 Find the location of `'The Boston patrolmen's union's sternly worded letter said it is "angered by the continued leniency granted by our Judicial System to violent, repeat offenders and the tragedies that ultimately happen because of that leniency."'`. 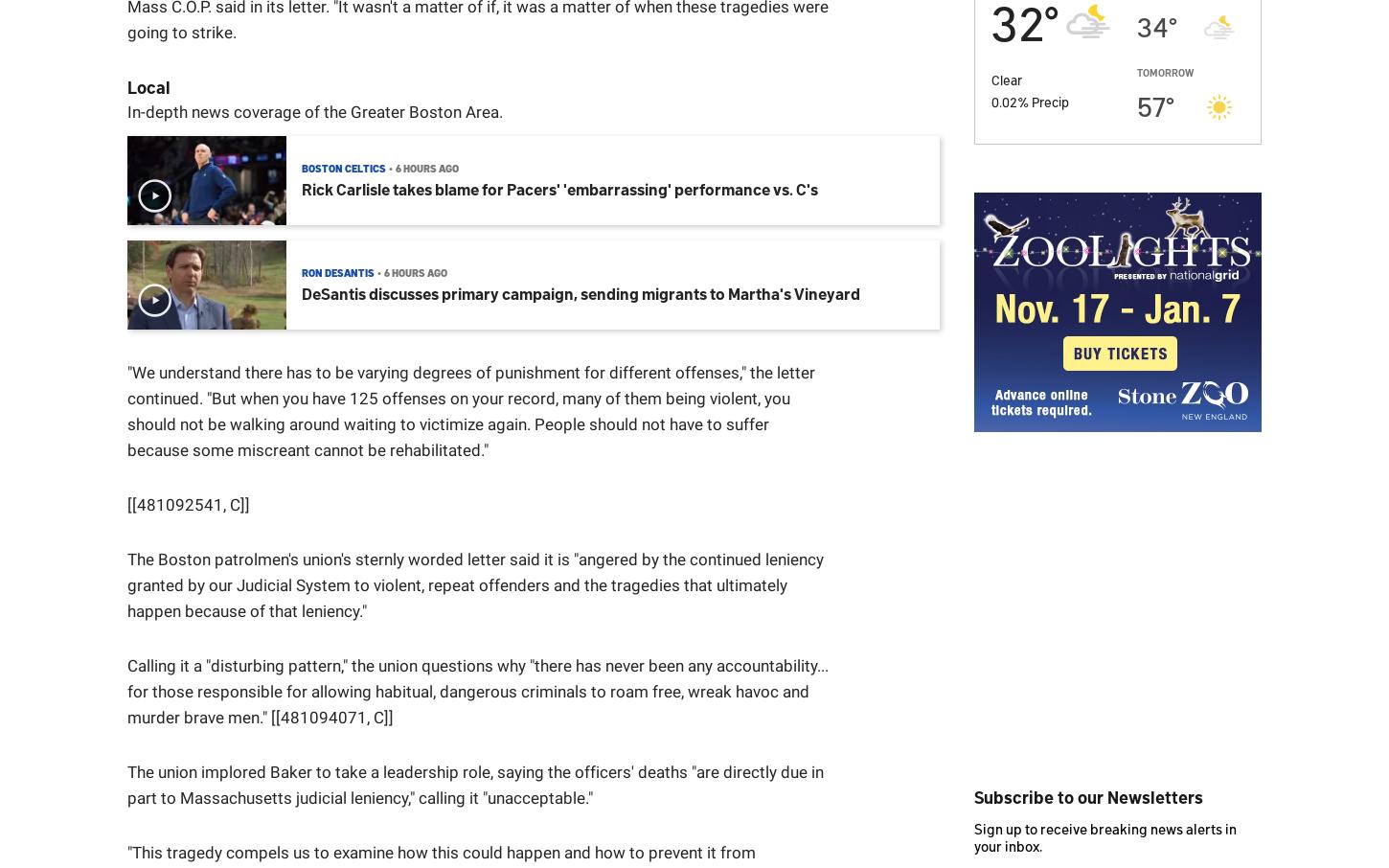

'The Boston patrolmen's union's sternly worded letter said it is "angered by the continued leniency granted by our Judicial System to violent, repeat offenders and the tragedies that ultimately happen because of that leniency."' is located at coordinates (475, 584).